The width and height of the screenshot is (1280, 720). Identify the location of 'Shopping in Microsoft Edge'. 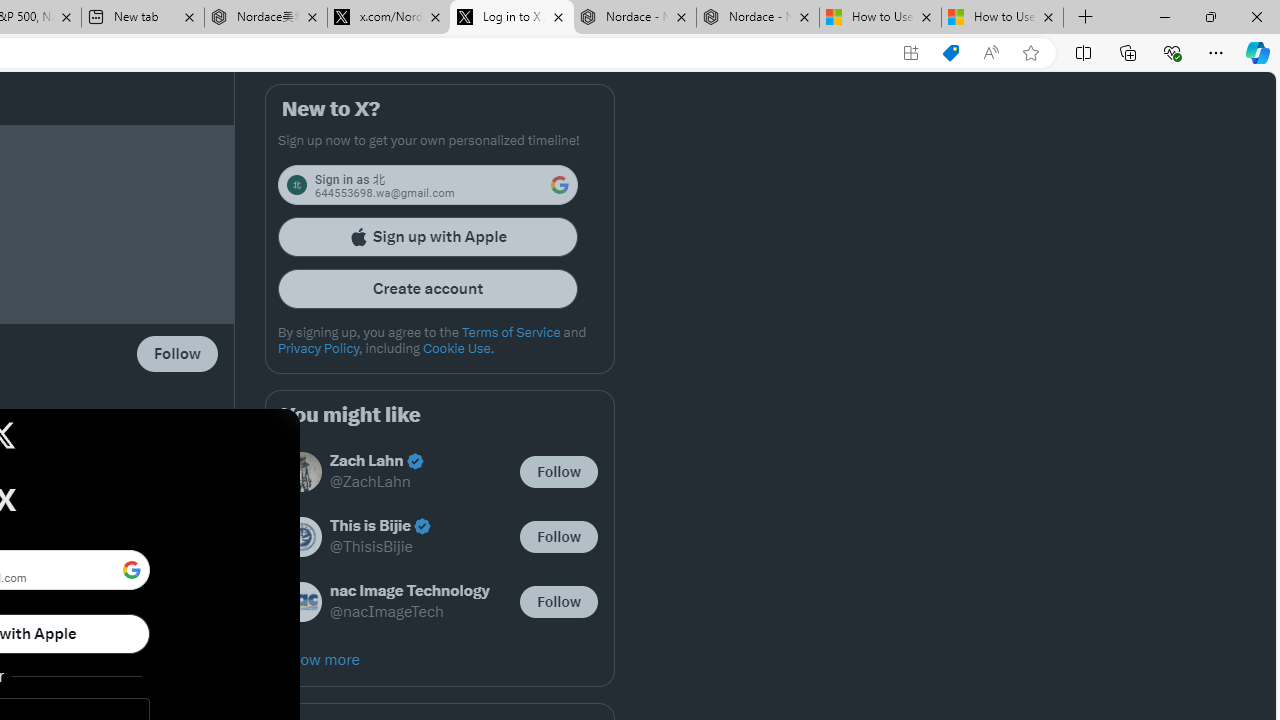
(950, 52).